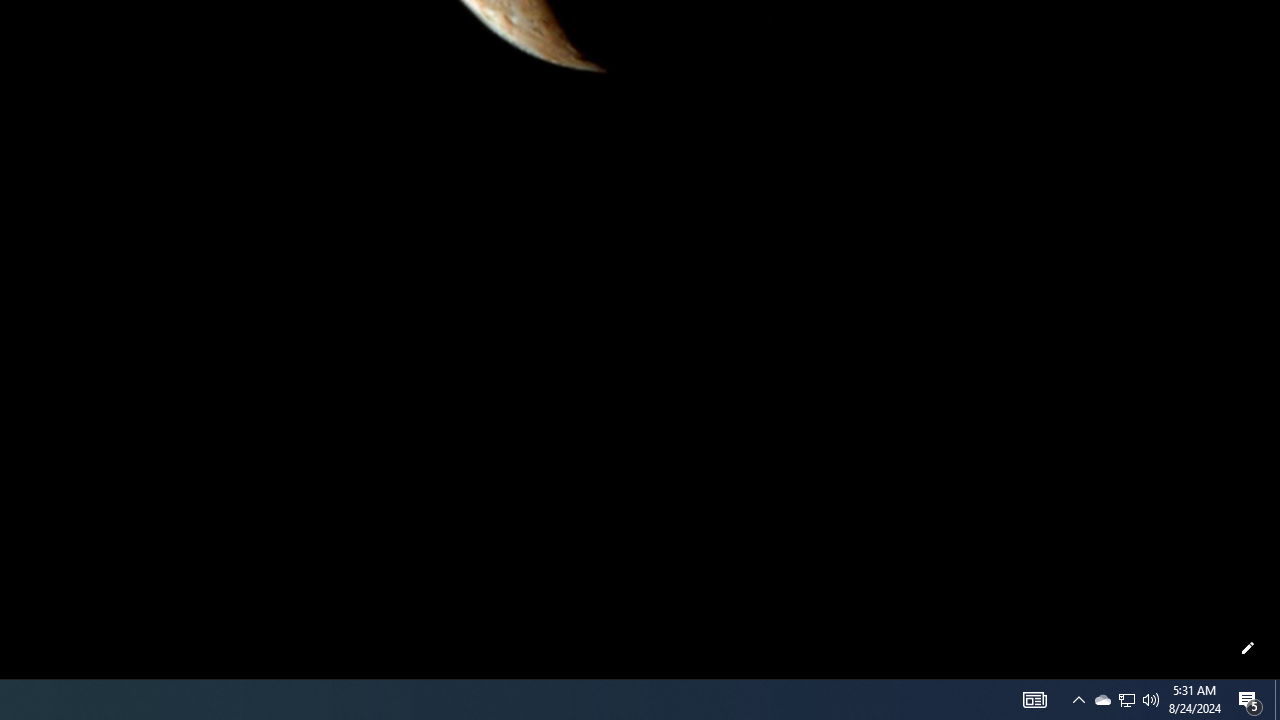  Describe the element at coordinates (1247, 648) in the screenshot. I see `'Customize this page'` at that location.